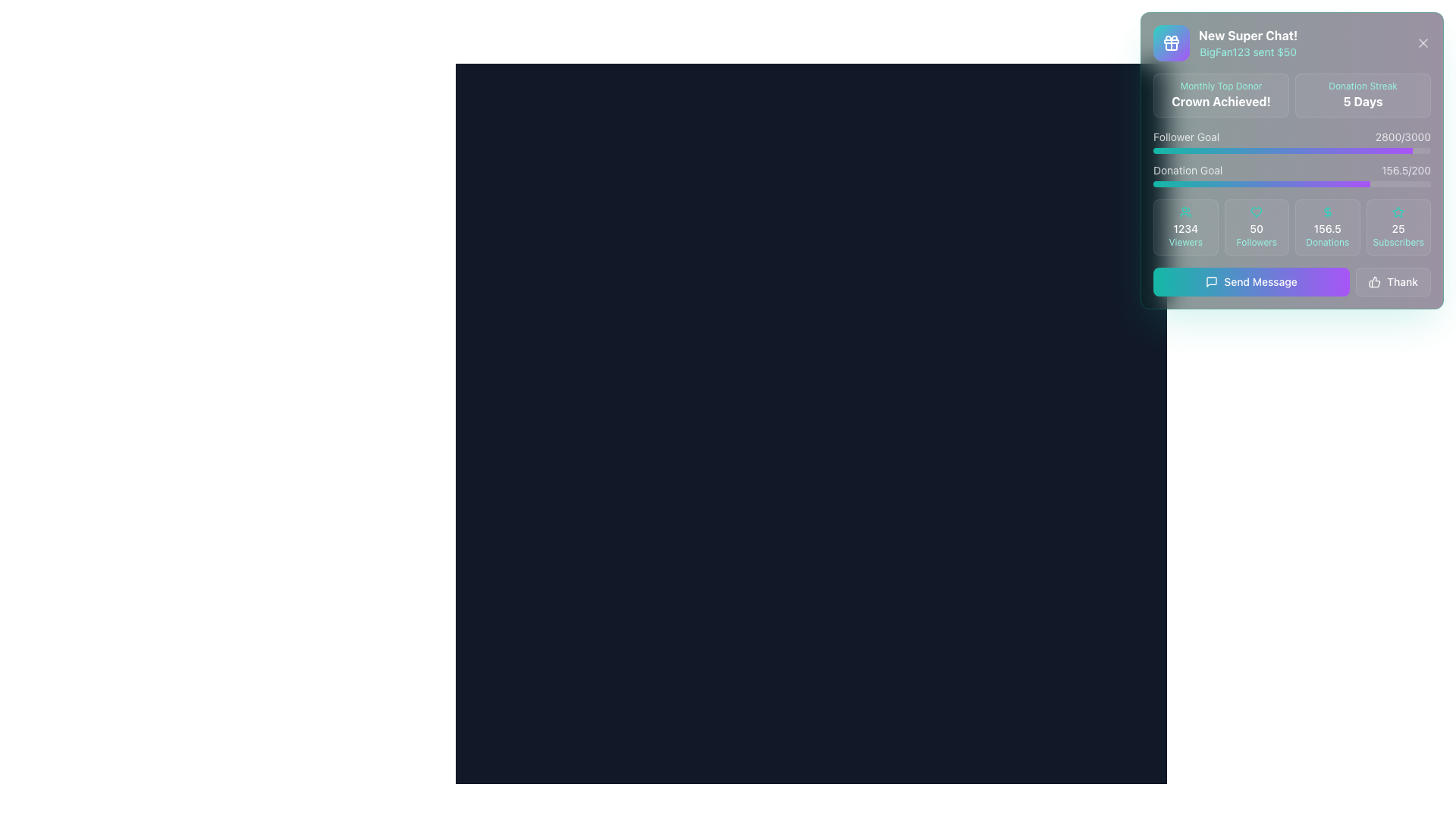  Describe the element at coordinates (1248, 34) in the screenshot. I see `the static text element displaying 'New Super Chat!' which is part of a notification box located in the upper-right area of the interface` at that location.